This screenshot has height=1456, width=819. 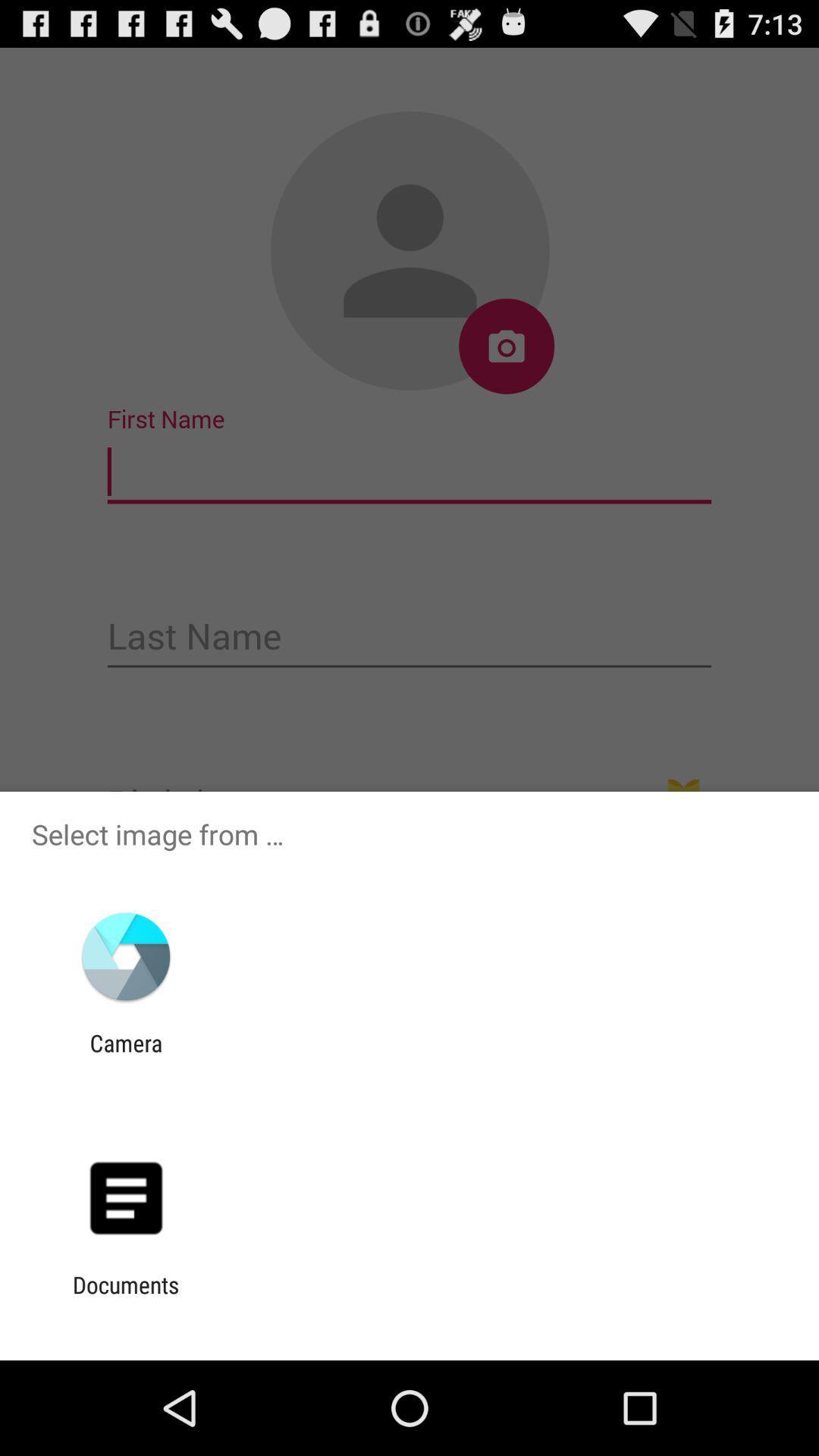 What do you see at coordinates (125, 1056) in the screenshot?
I see `the camera` at bounding box center [125, 1056].